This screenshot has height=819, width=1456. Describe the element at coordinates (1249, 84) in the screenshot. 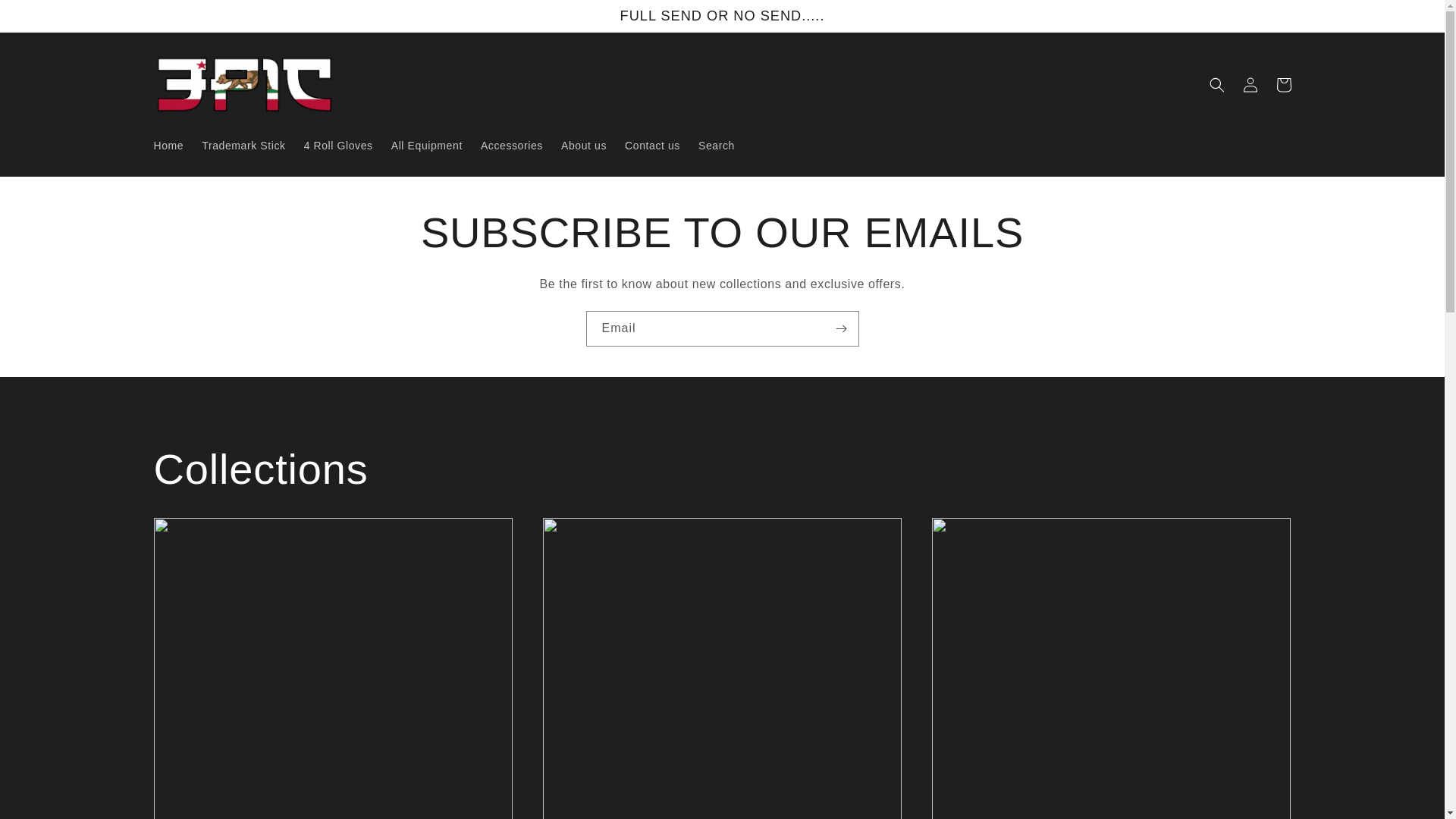

I see `'Log in'` at that location.